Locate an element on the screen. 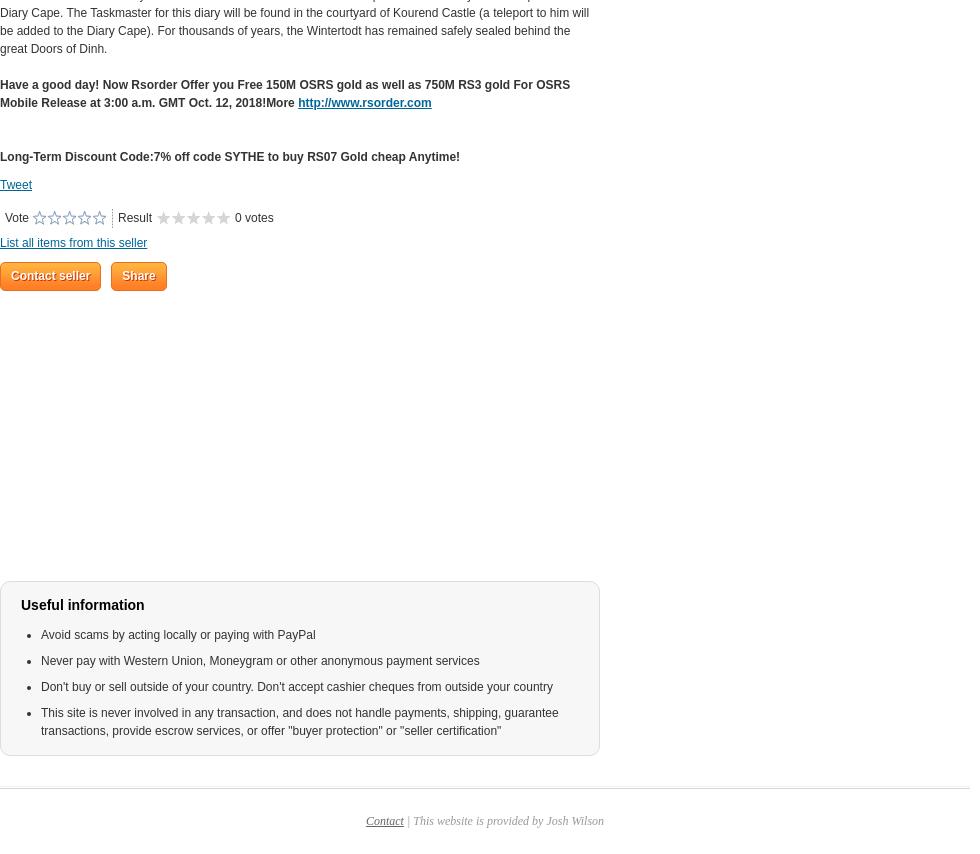 The height and width of the screenshot is (854, 980). 'Have a good day! Now Rsorder Offer you Free 150M OSRS gold as well as 750M RS3 gold' is located at coordinates (256, 83).